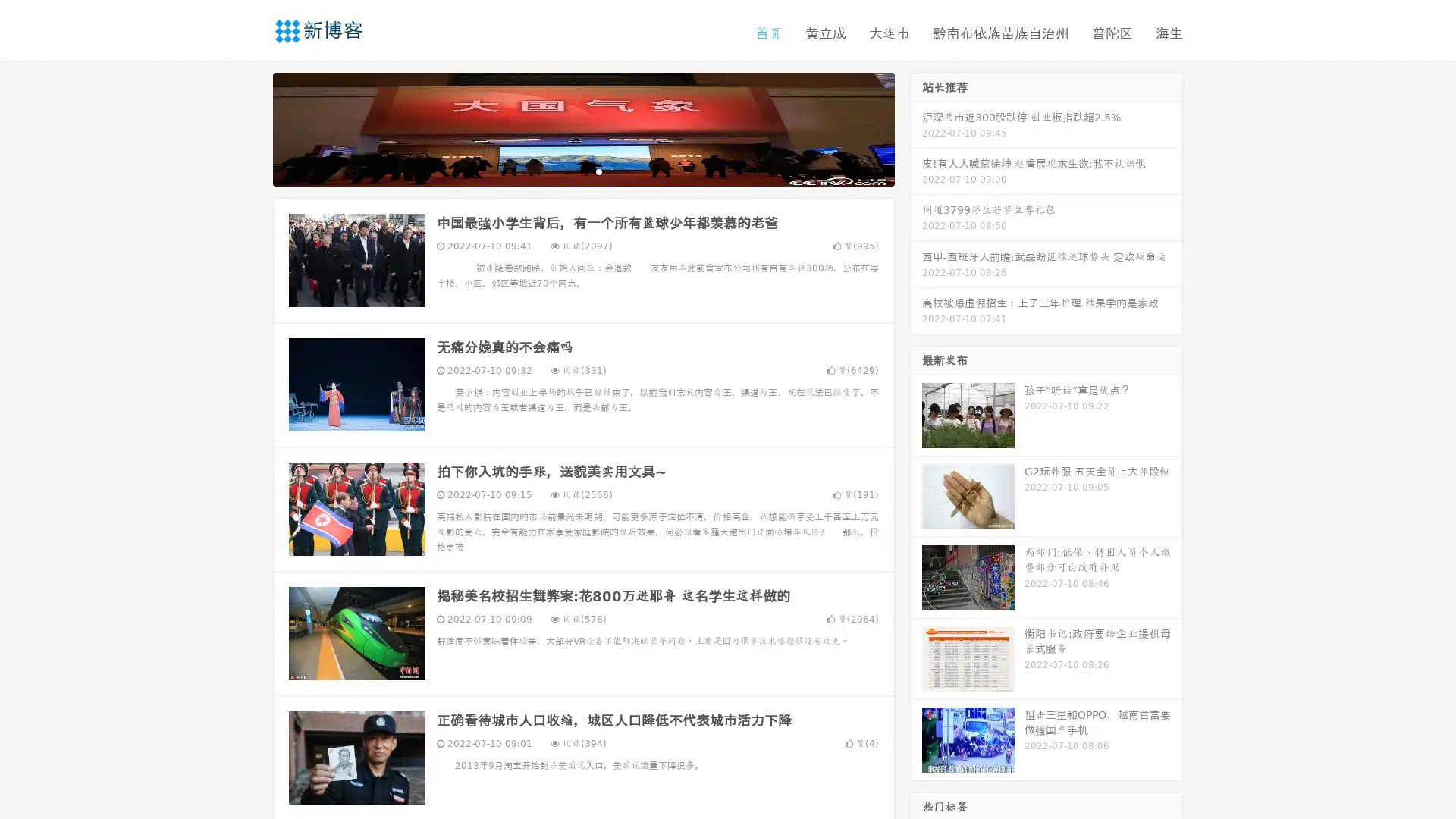  I want to click on Previous slide, so click(250, 127).